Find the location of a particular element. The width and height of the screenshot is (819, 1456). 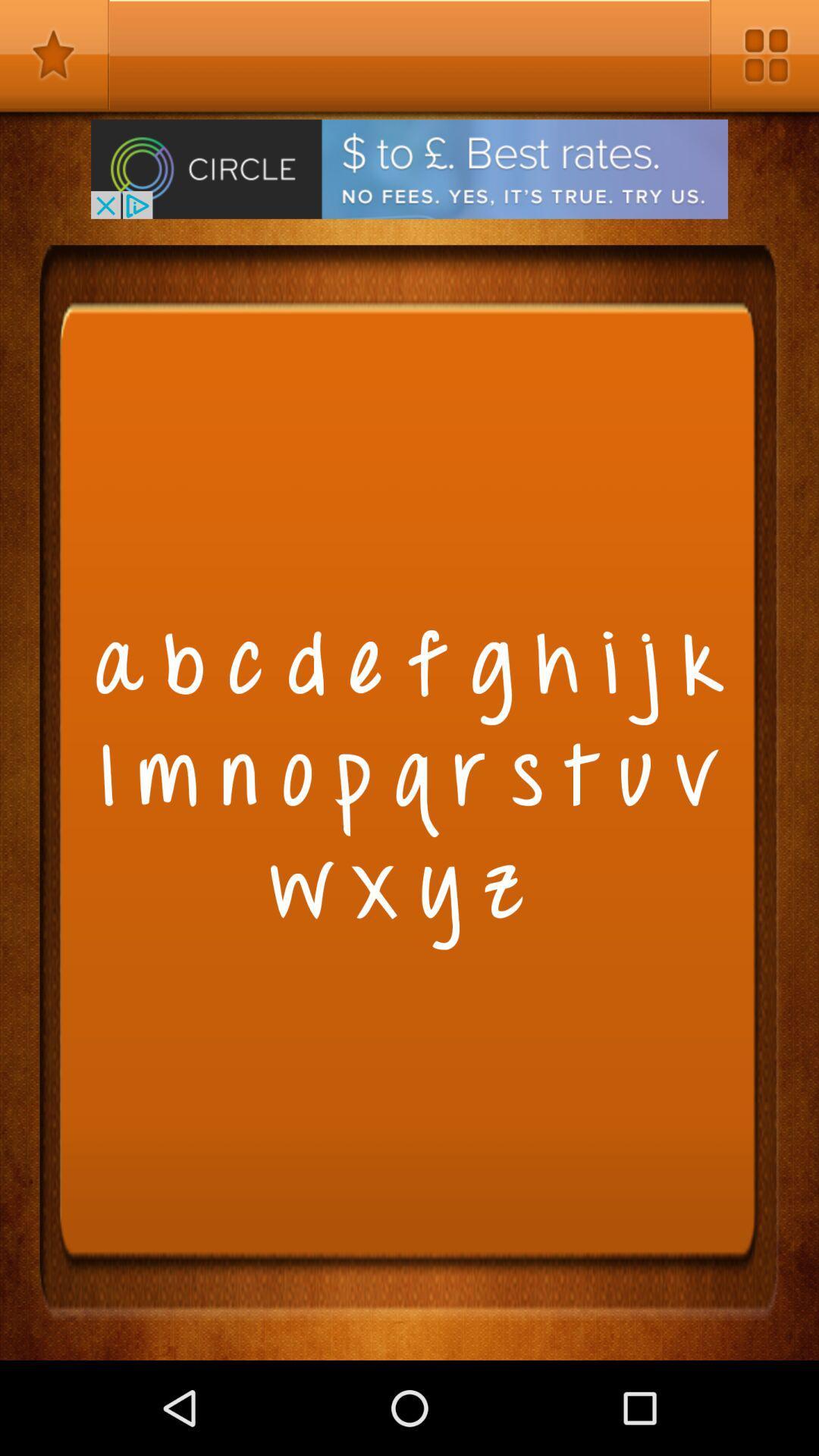

choose favourites is located at coordinates (54, 55).